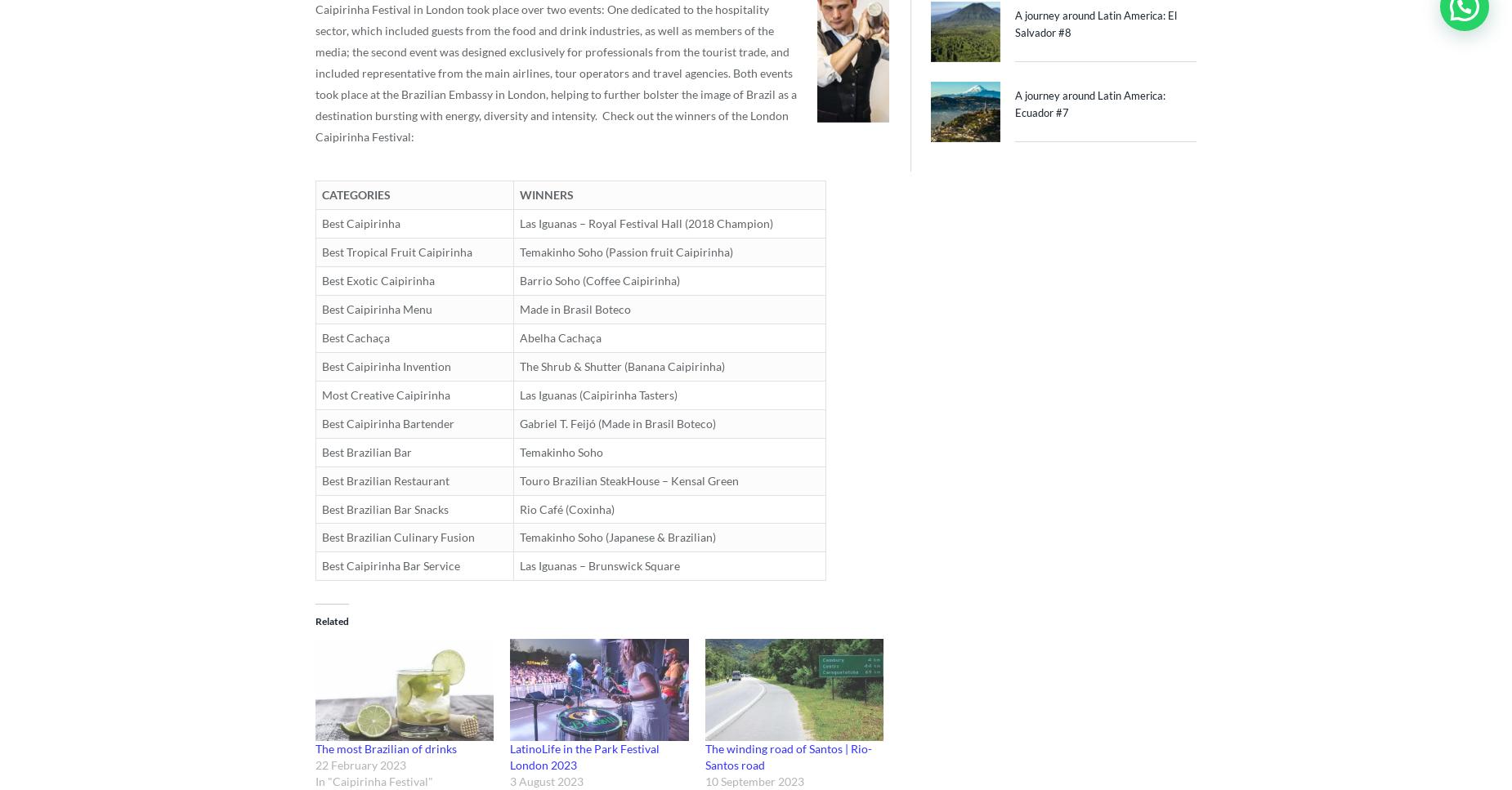  I want to click on 'Las Iguanas (Caipirinha Tasters)', so click(598, 394).